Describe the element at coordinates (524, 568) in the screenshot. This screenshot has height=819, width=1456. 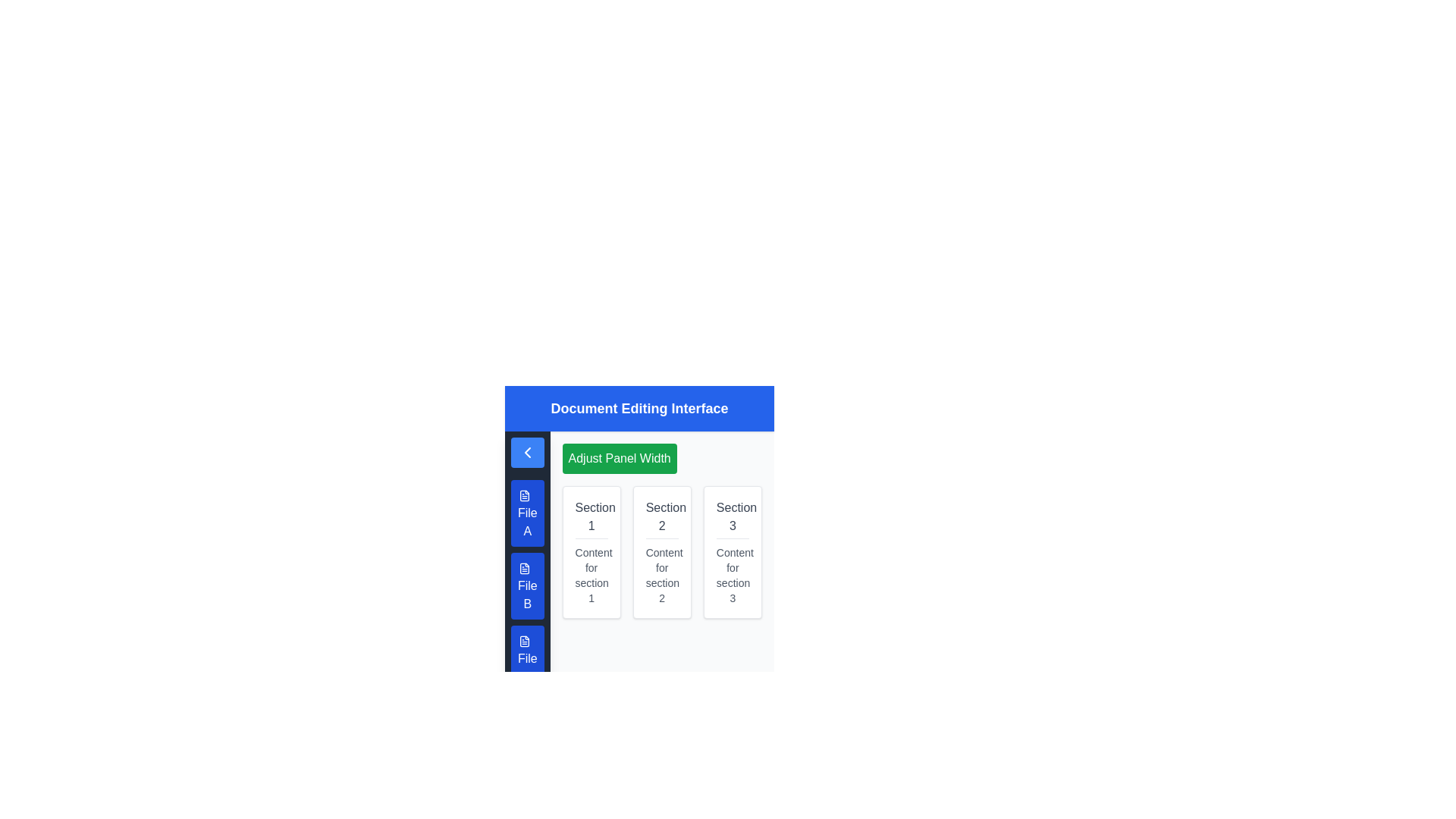
I see `SVG icon located within the button labeled 'File B', which is positioned on the left side of the application in the vertical navigation bar` at that location.